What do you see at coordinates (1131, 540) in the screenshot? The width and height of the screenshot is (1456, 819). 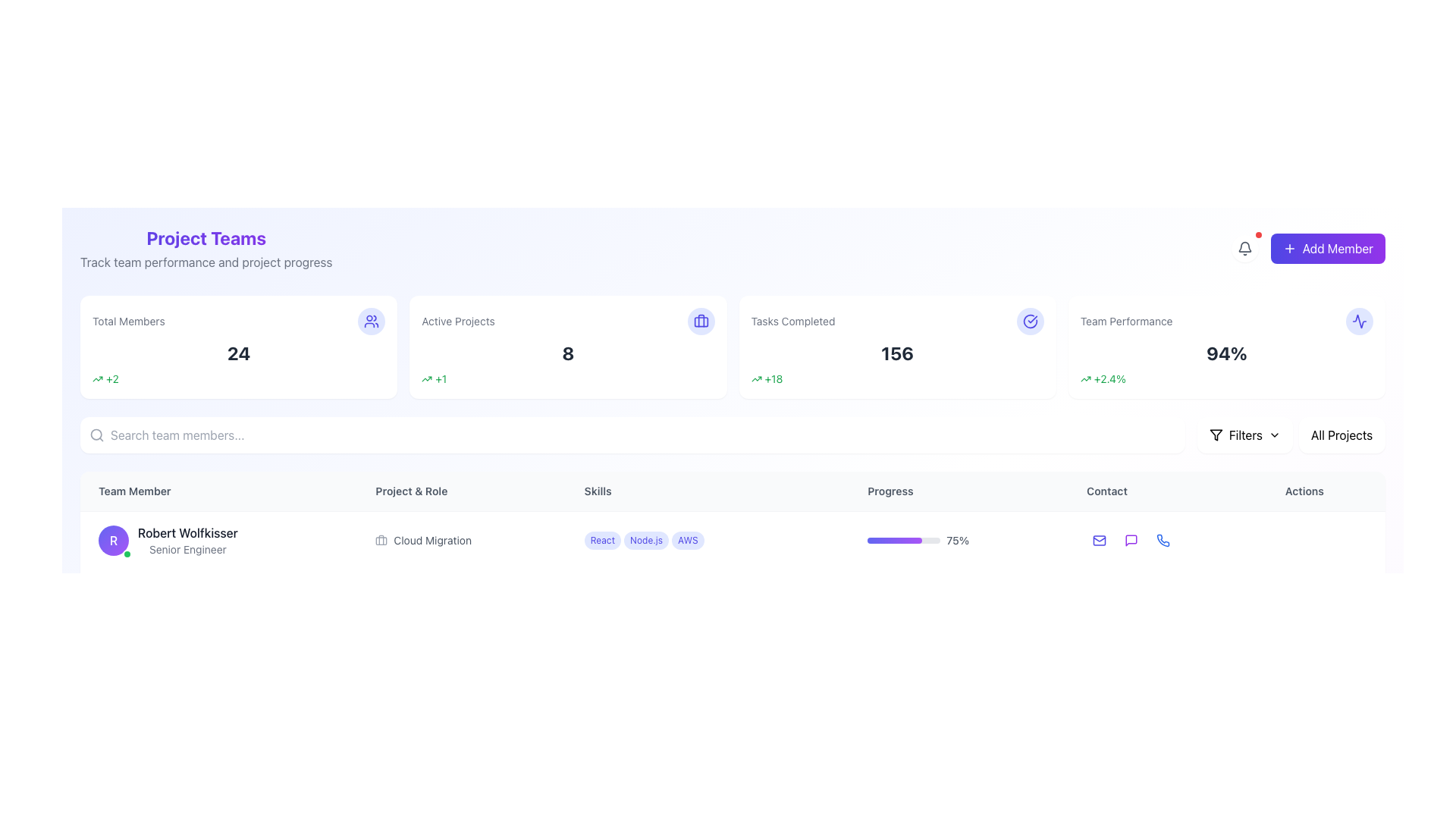 I see `the messaging/chat icon button, which is a square-shaped speech bubble with a purple outline, located in the 'Contact' column next to Robert Wolfkisser` at bounding box center [1131, 540].